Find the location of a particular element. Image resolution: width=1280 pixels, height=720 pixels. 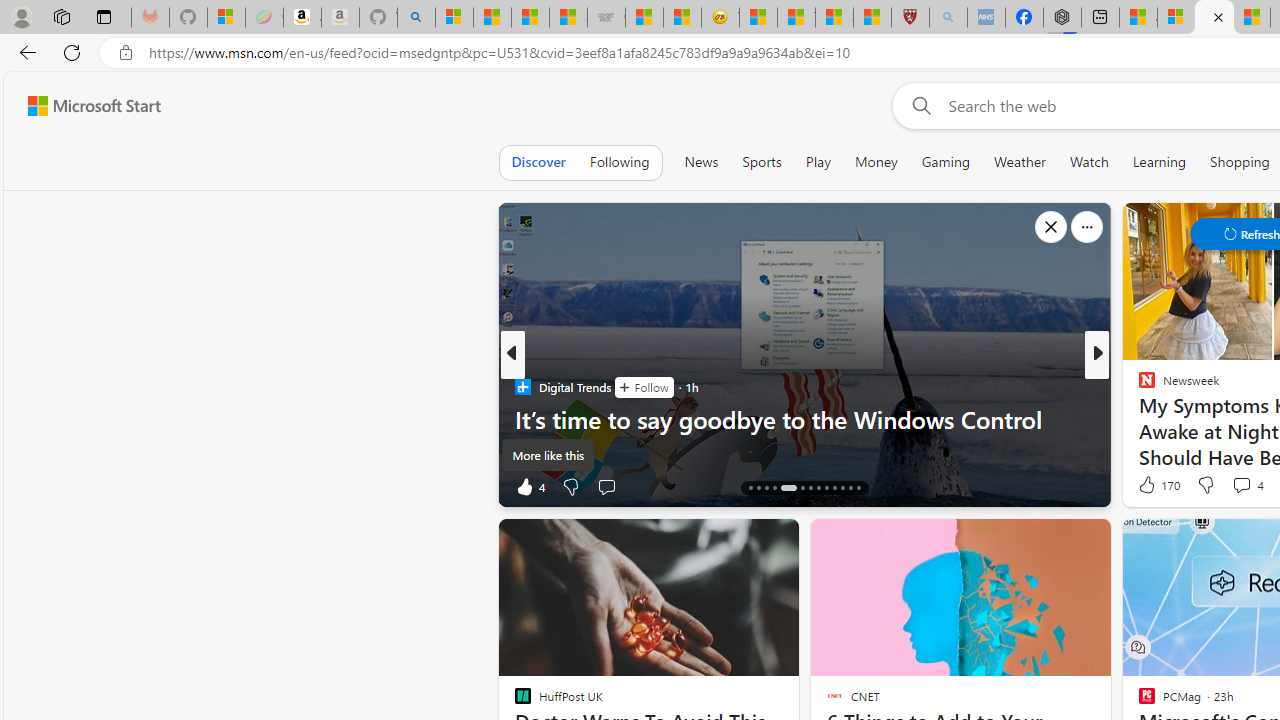

'636 Like' is located at coordinates (1152, 486).